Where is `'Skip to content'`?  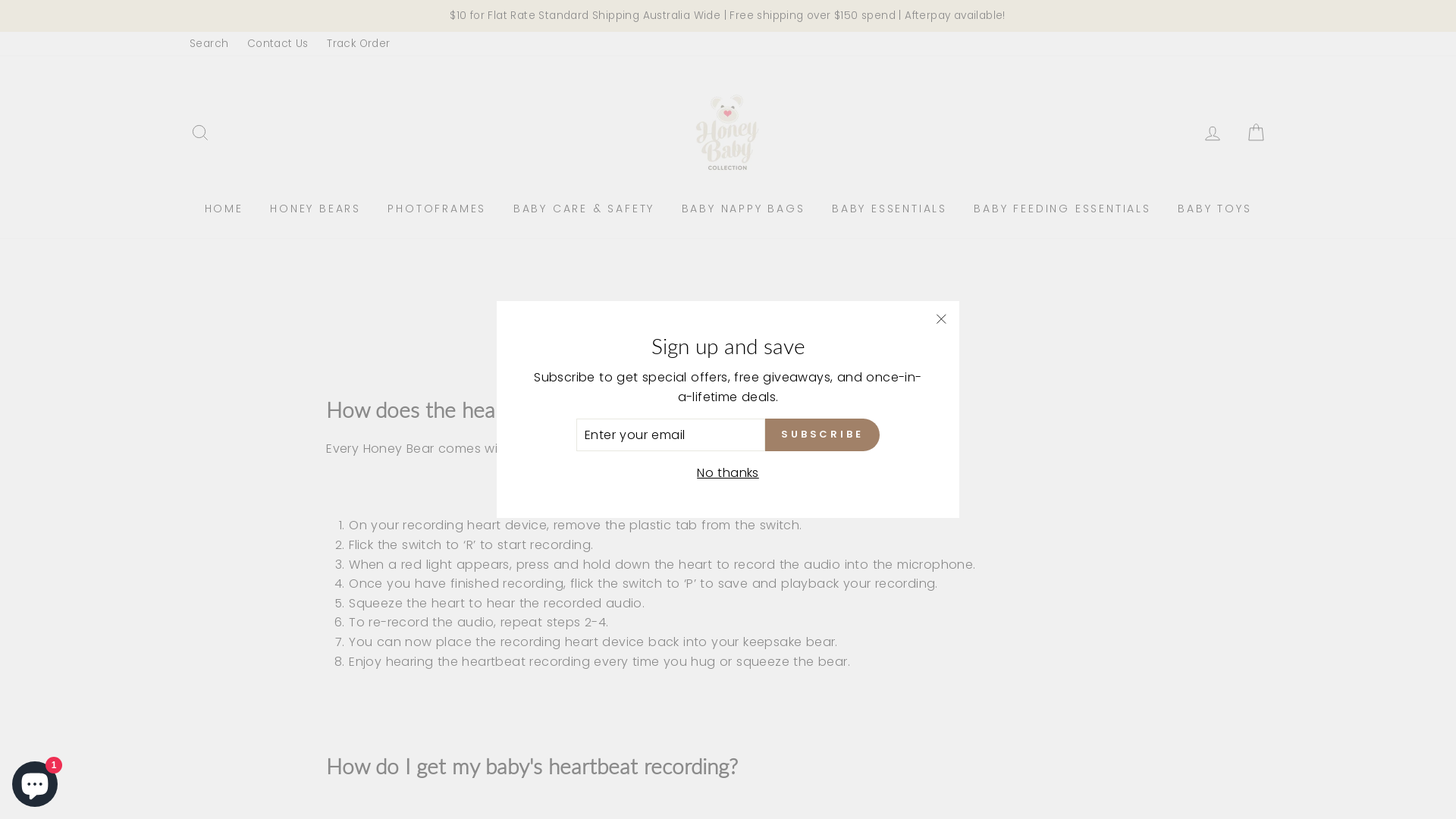
'Skip to content' is located at coordinates (0, 0).